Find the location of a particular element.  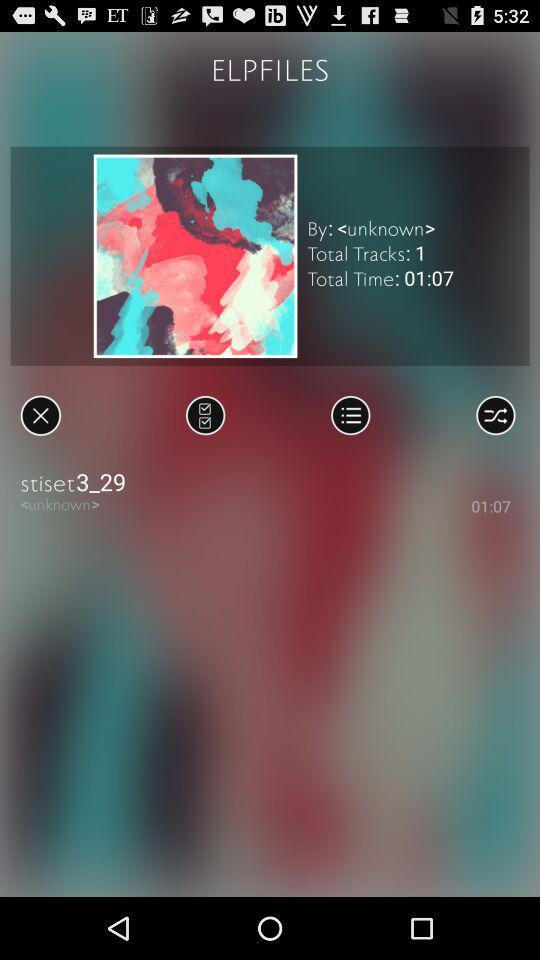

shuffle play is located at coordinates (494, 414).